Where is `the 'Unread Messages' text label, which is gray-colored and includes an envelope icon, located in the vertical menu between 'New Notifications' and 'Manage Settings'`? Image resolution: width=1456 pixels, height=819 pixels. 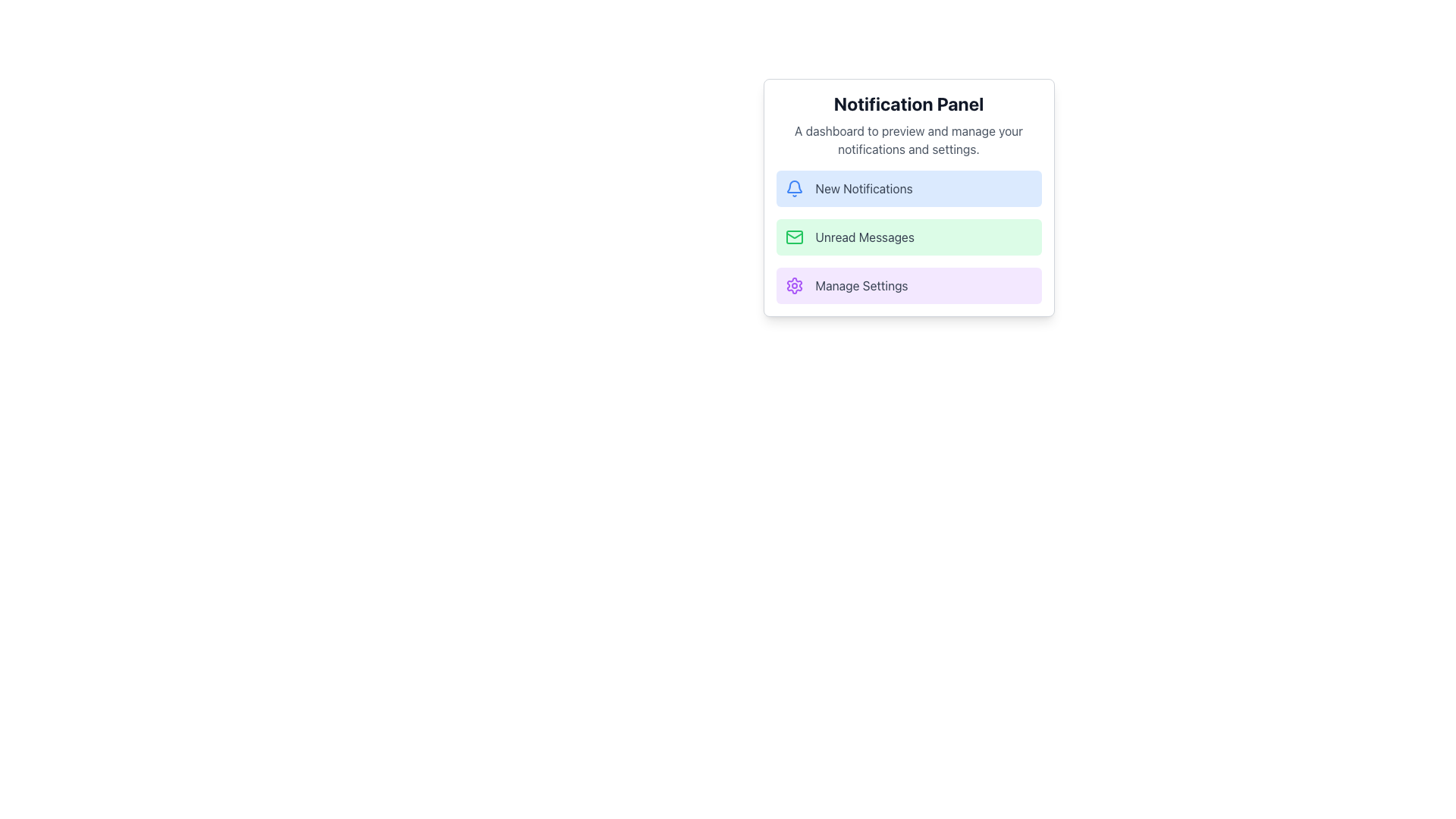 the 'Unread Messages' text label, which is gray-colored and includes an envelope icon, located in the vertical menu between 'New Notifications' and 'Manage Settings' is located at coordinates (864, 237).